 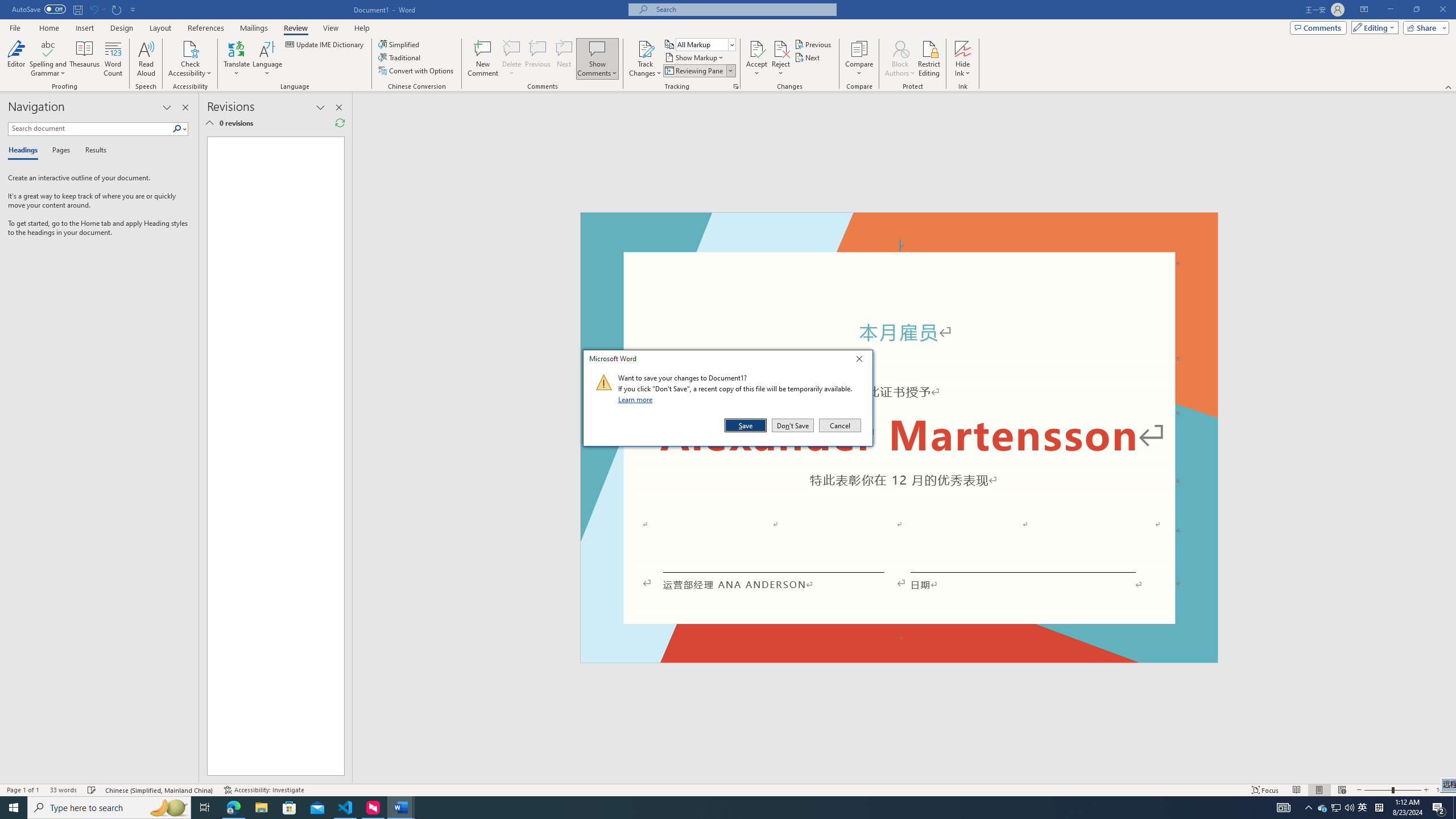 I want to click on 'Don', so click(x=792, y=425).